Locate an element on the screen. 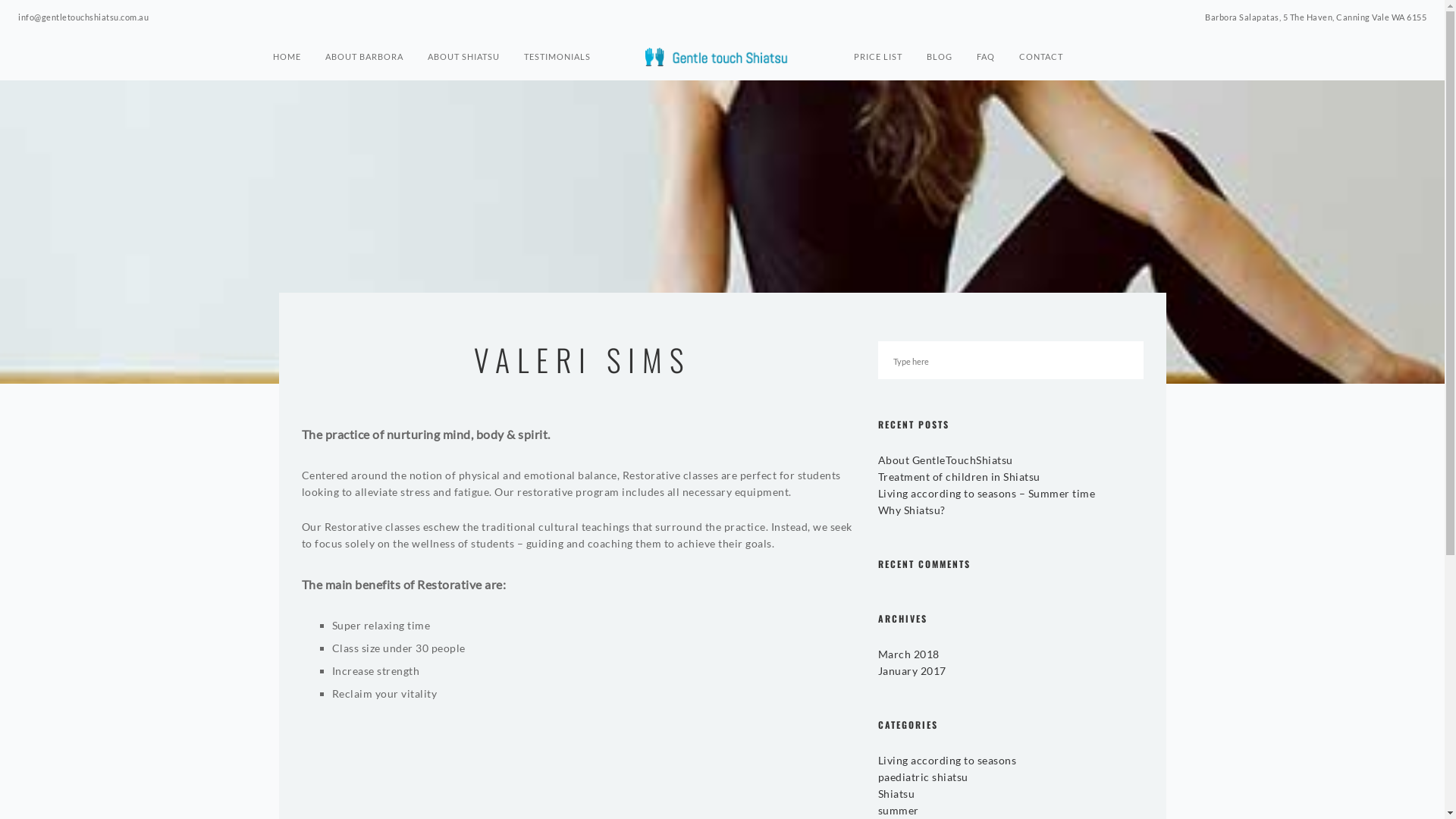  'Shiatsu' is located at coordinates (896, 792).